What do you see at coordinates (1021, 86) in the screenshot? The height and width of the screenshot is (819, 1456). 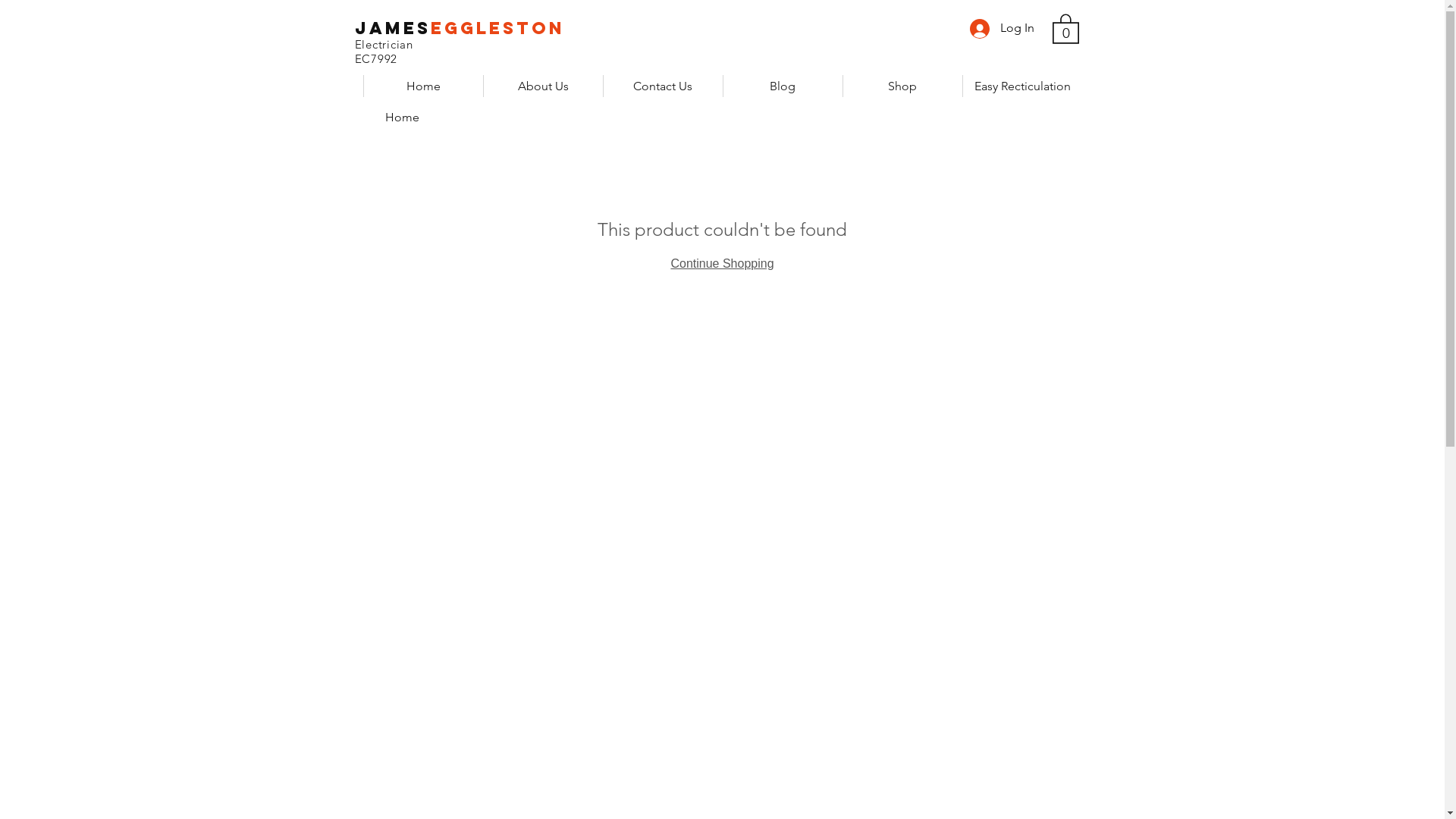 I see `'Easy Recticulation'` at bounding box center [1021, 86].